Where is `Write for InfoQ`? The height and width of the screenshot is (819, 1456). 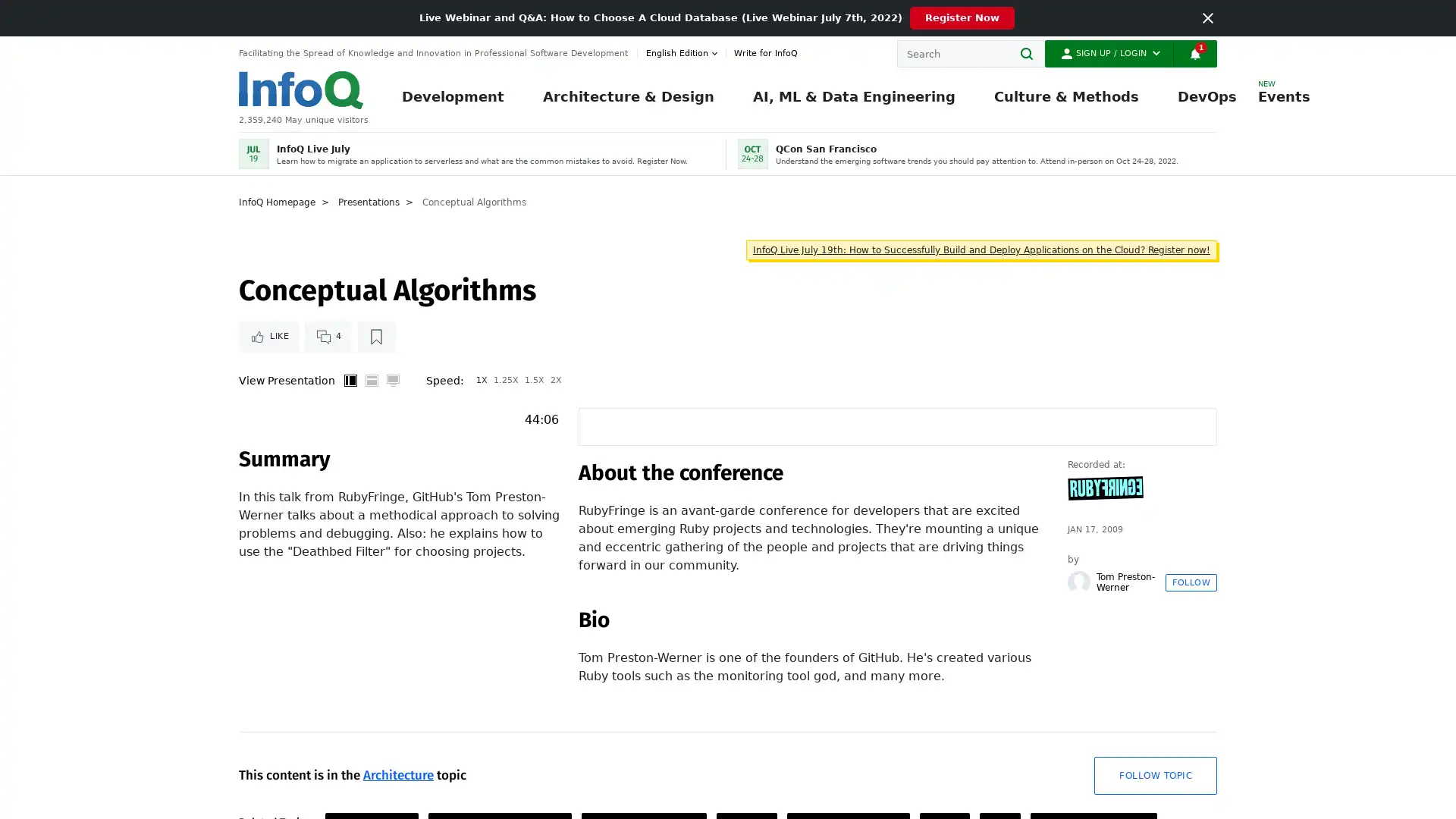
Write for InfoQ is located at coordinates (761, 52).